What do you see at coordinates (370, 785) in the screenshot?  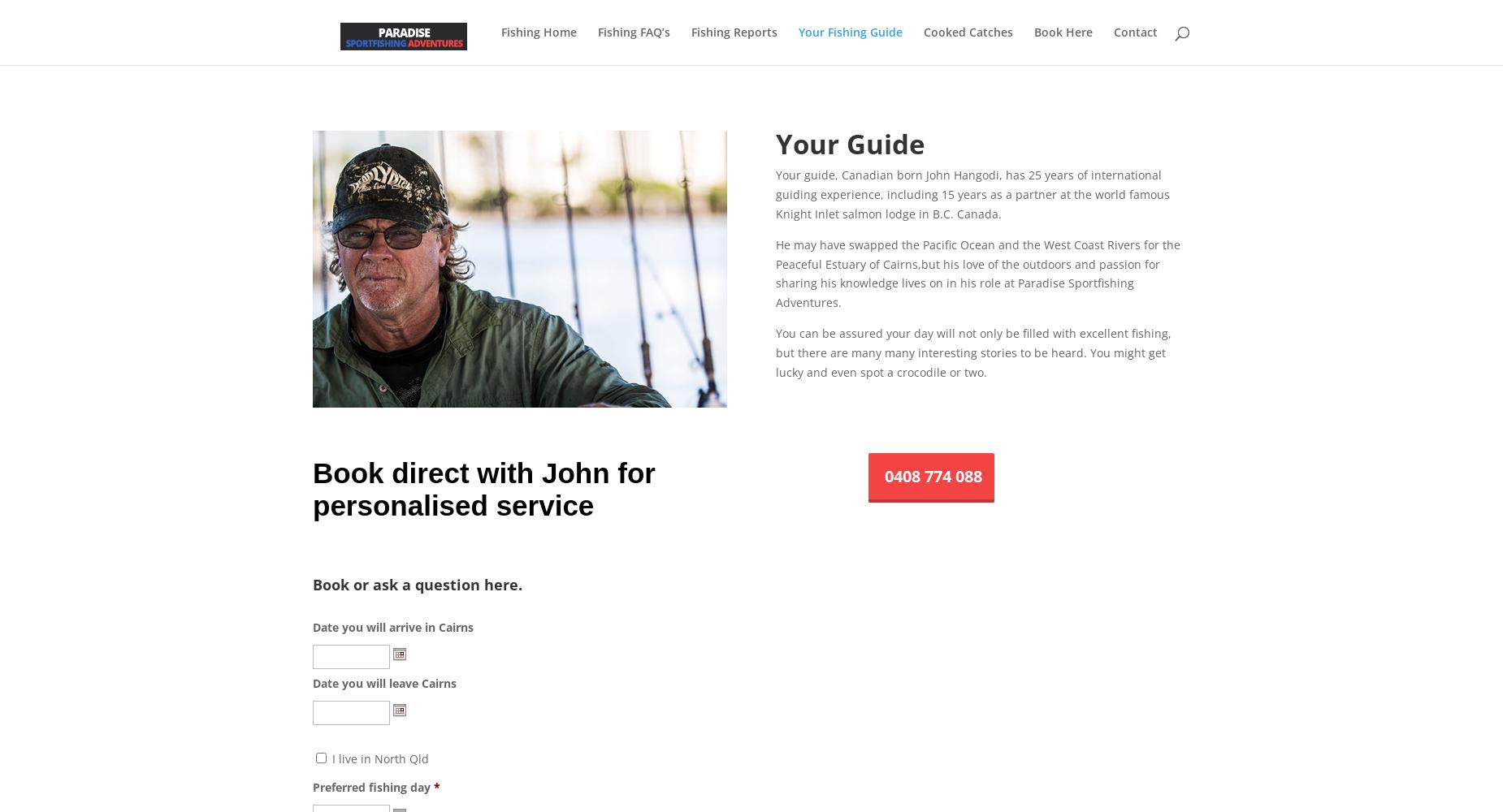 I see `'Preferred fishing day'` at bounding box center [370, 785].